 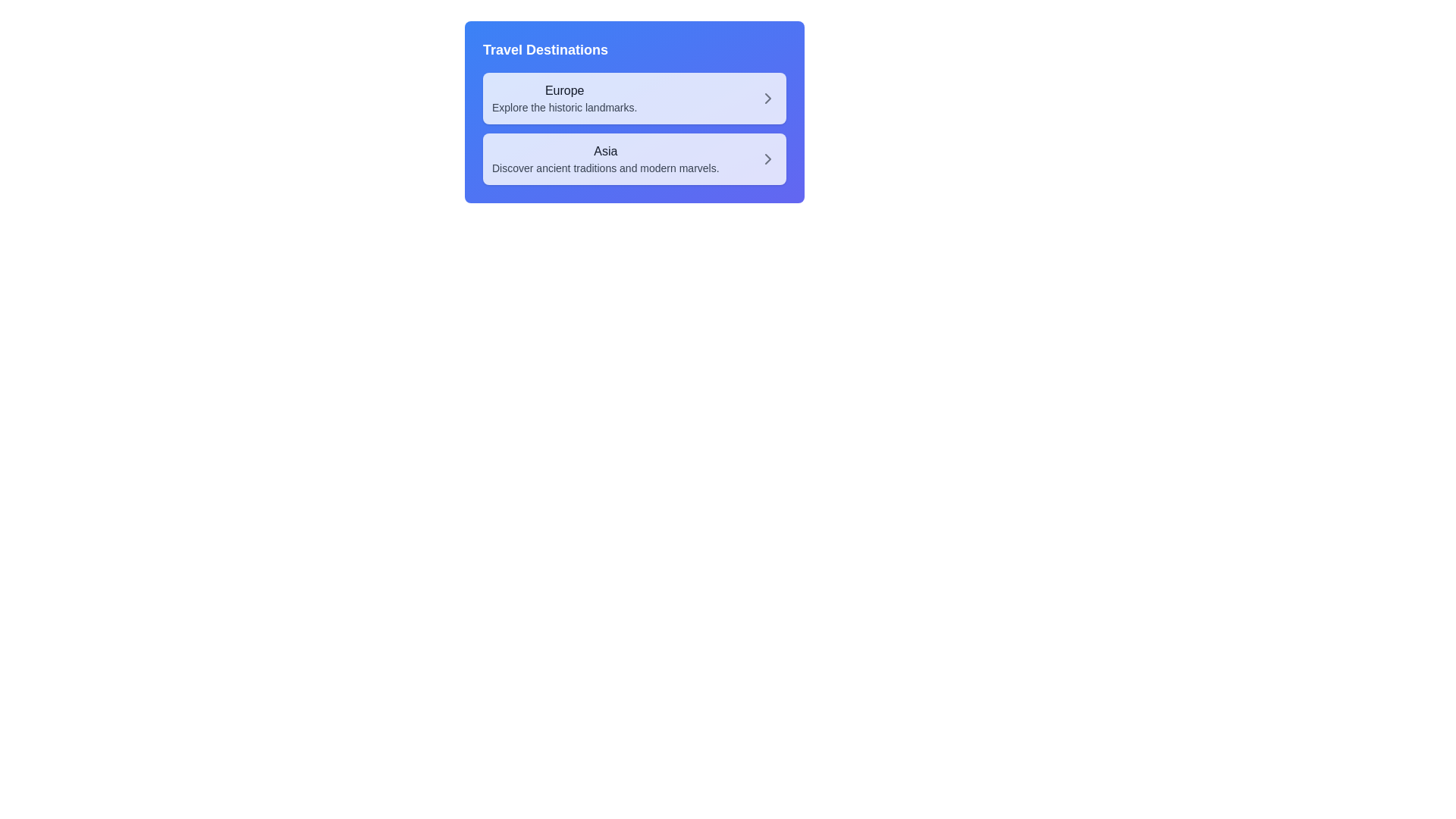 I want to click on static informational label about the travel destination 'Europe' which includes the heading and subtext 'Explore the historic landmarks.', so click(x=563, y=99).